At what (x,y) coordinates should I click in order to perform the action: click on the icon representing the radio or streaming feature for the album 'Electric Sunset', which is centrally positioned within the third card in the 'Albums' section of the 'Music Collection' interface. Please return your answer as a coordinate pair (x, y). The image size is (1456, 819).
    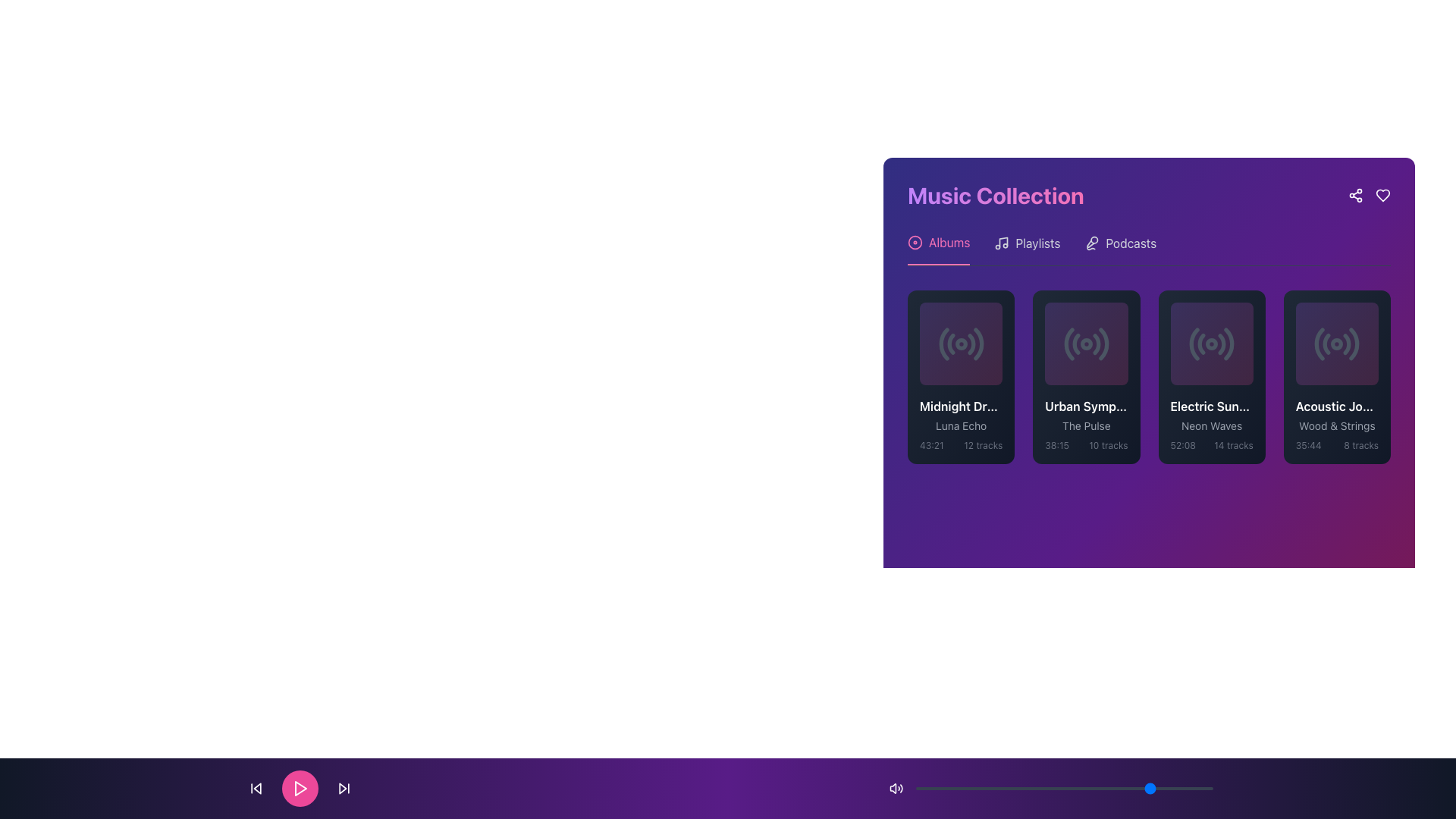
    Looking at the image, I should click on (1211, 344).